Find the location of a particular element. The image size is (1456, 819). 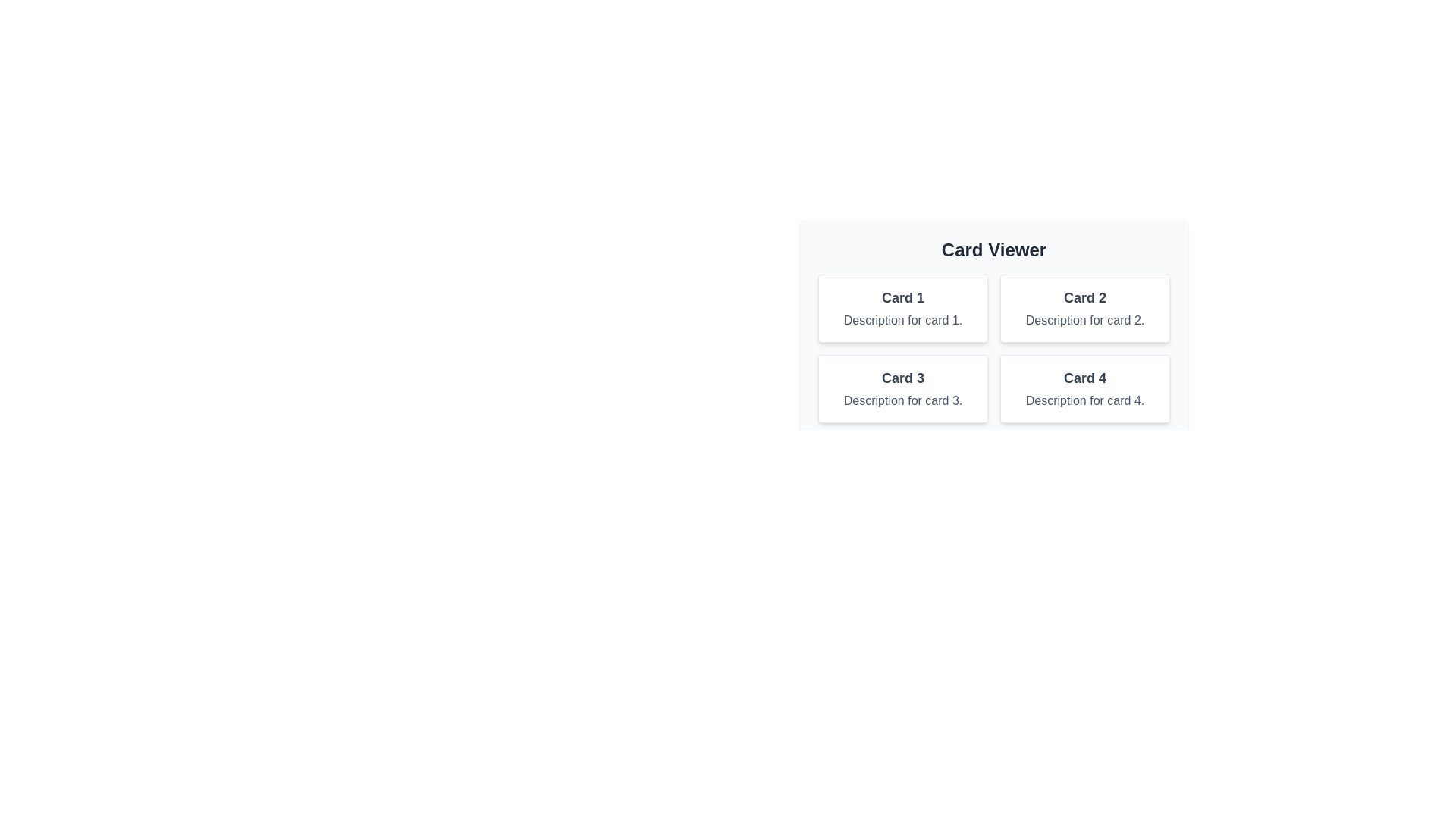

the text label located inside the fourth card in the grid, positioned below 'Card 4' as the second line of content is located at coordinates (1084, 400).